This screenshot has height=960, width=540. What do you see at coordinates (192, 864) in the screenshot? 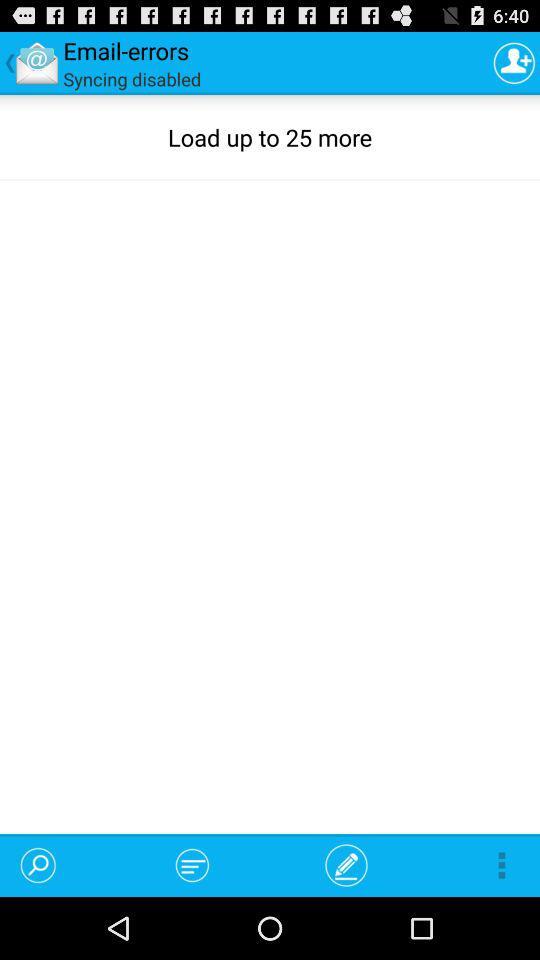
I see `item below the load up to` at bounding box center [192, 864].